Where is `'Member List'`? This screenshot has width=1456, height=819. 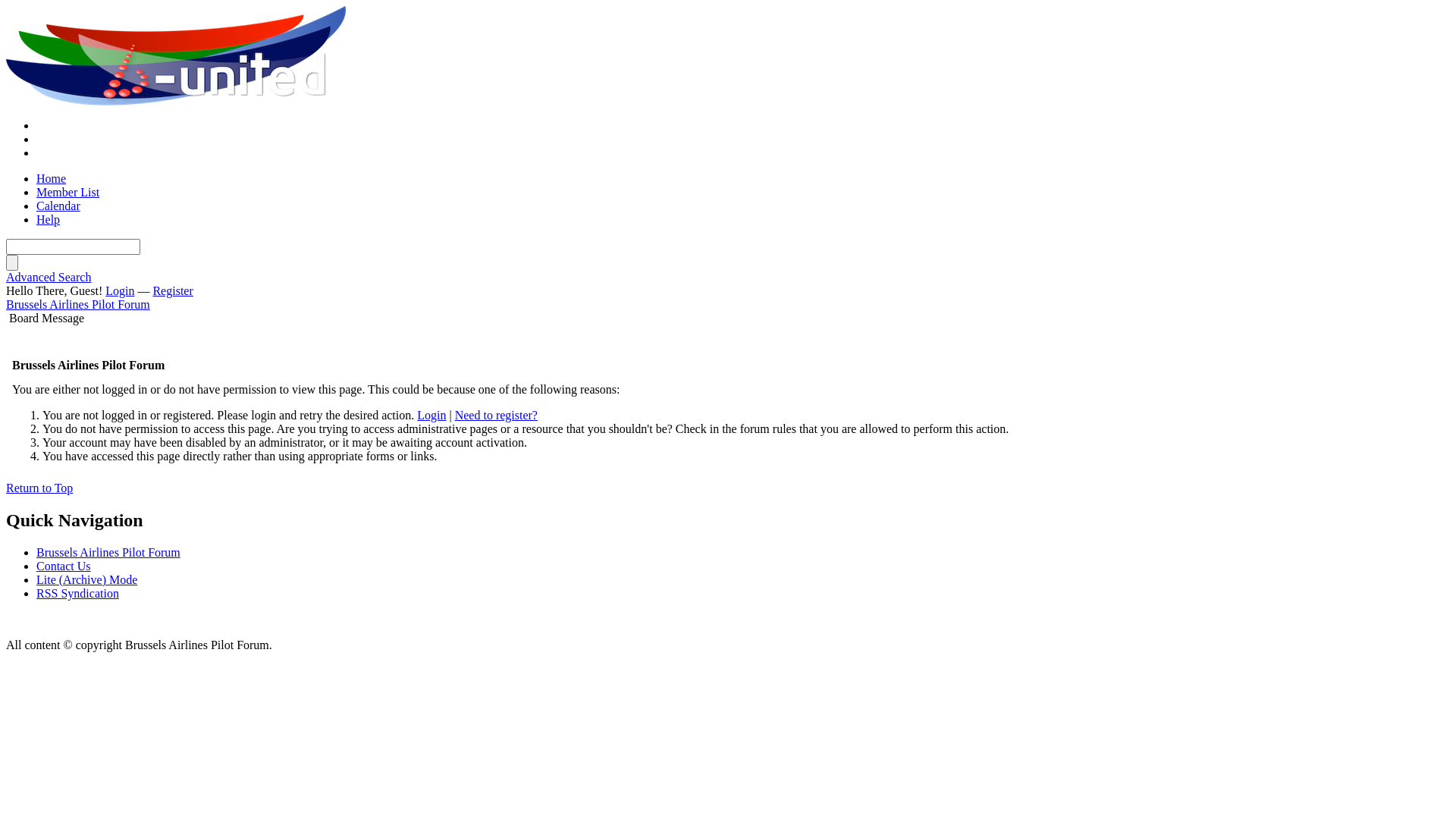 'Member List' is located at coordinates (67, 191).